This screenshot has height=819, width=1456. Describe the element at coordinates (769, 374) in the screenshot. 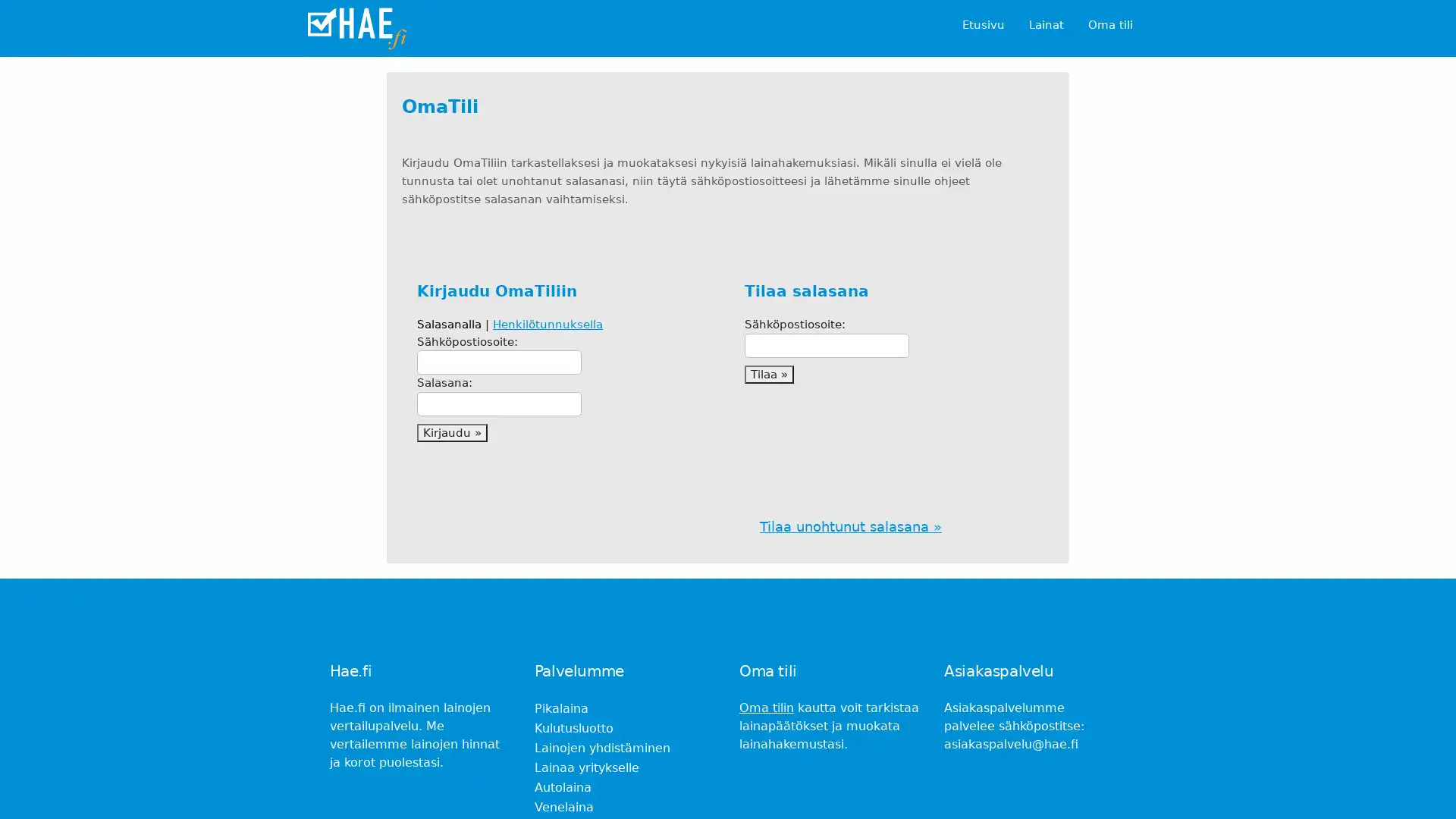

I see `Tilaa` at that location.